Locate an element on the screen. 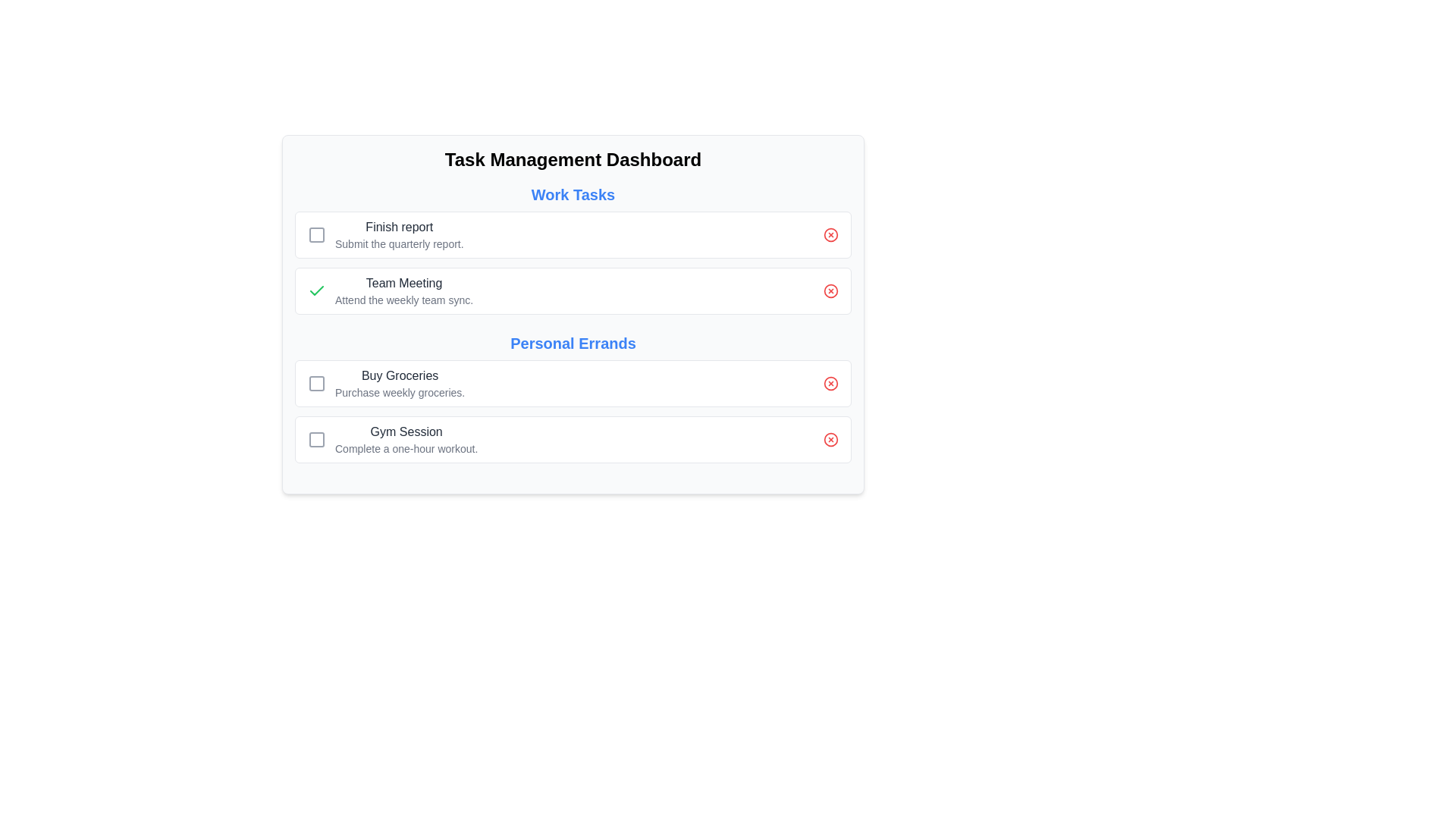 The image size is (1456, 819). the red circular SVG element that forms part of the larger icon indicating a cancellation symbol, located to the right of the 'Team Meeting' line in the 'Work Tasks' section is located at coordinates (830, 291).